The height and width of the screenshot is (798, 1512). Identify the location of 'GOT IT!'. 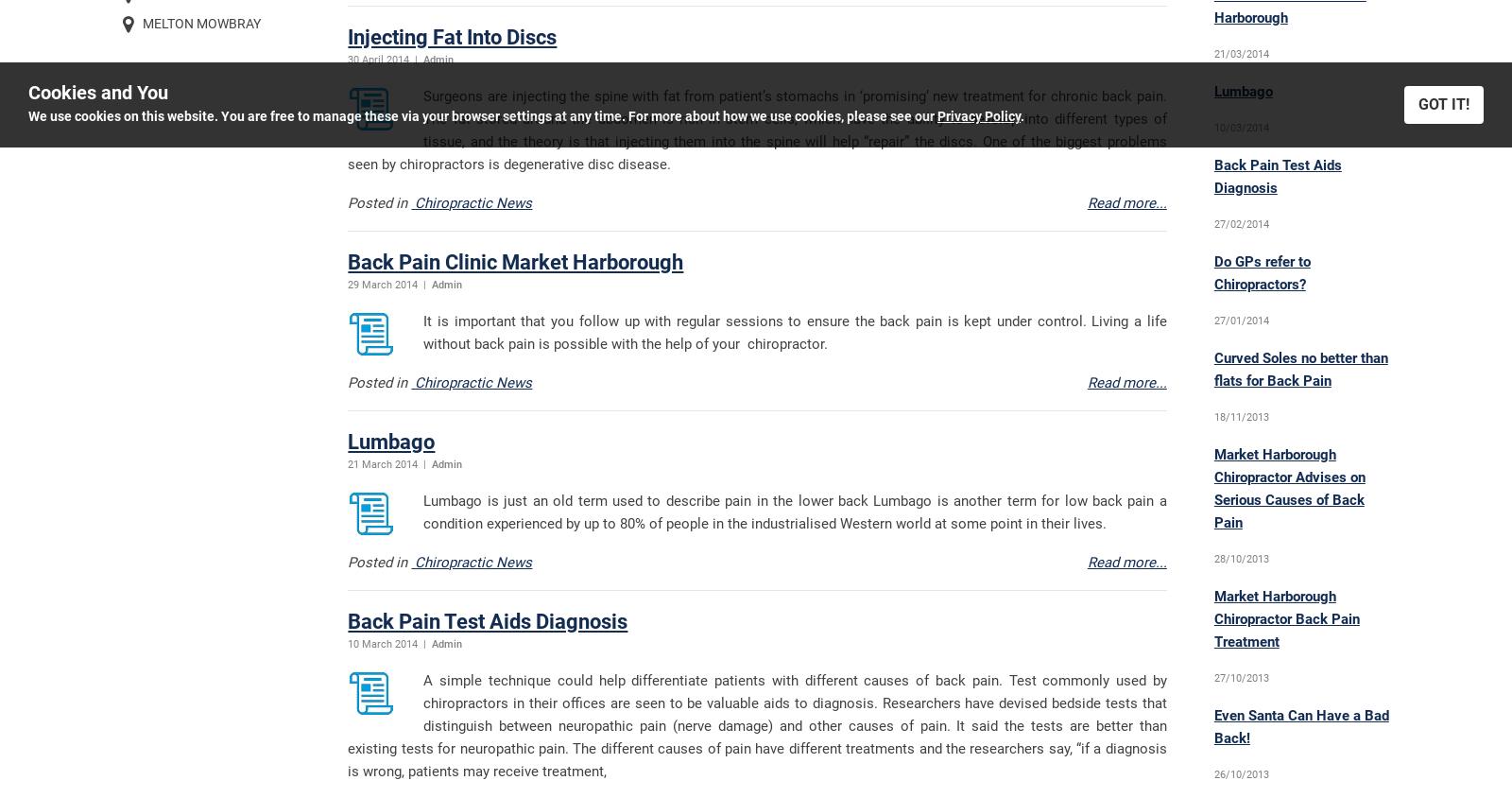
(1444, 104).